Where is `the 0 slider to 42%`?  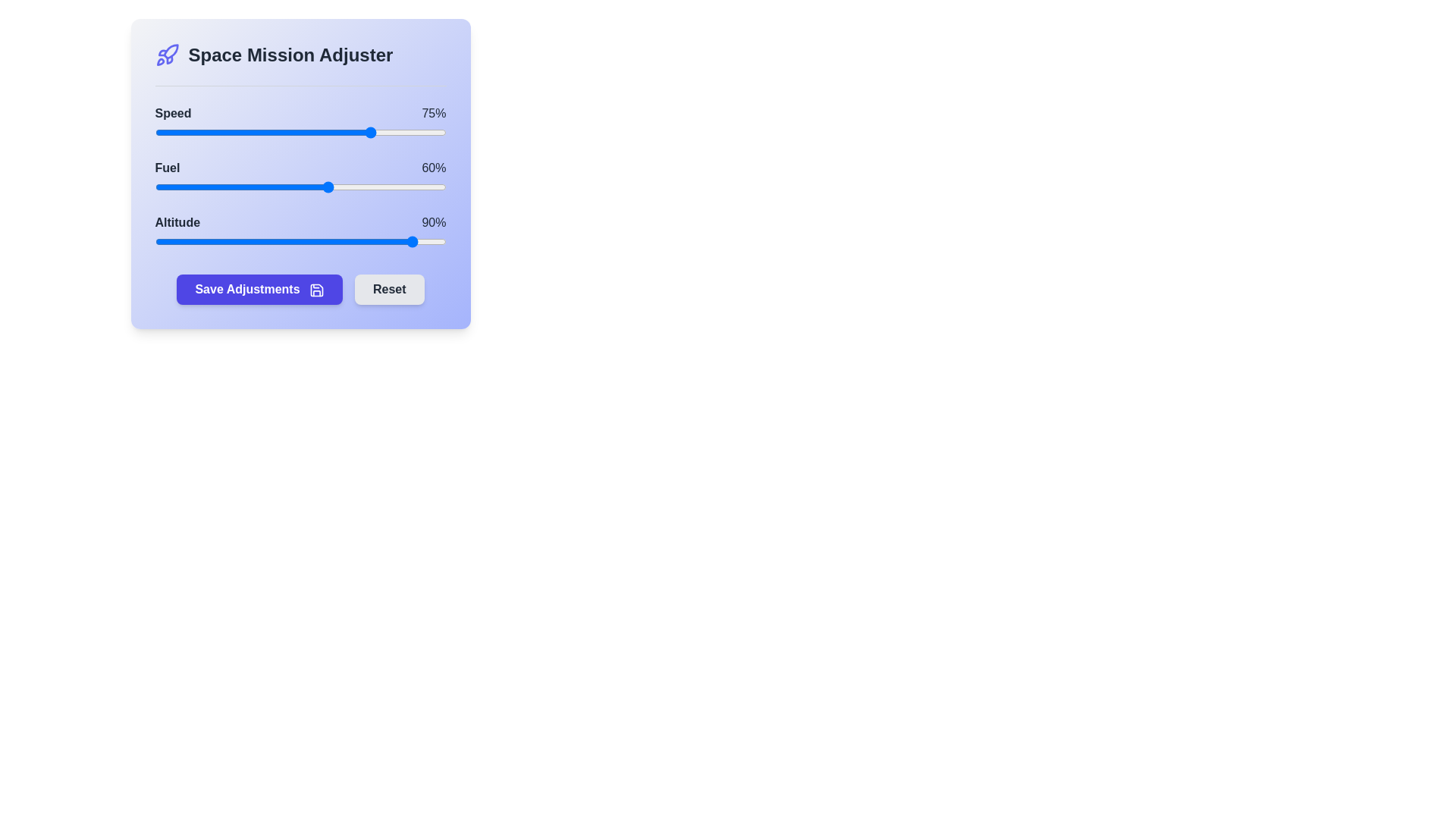 the 0 slider to 42% is located at coordinates (277, 131).